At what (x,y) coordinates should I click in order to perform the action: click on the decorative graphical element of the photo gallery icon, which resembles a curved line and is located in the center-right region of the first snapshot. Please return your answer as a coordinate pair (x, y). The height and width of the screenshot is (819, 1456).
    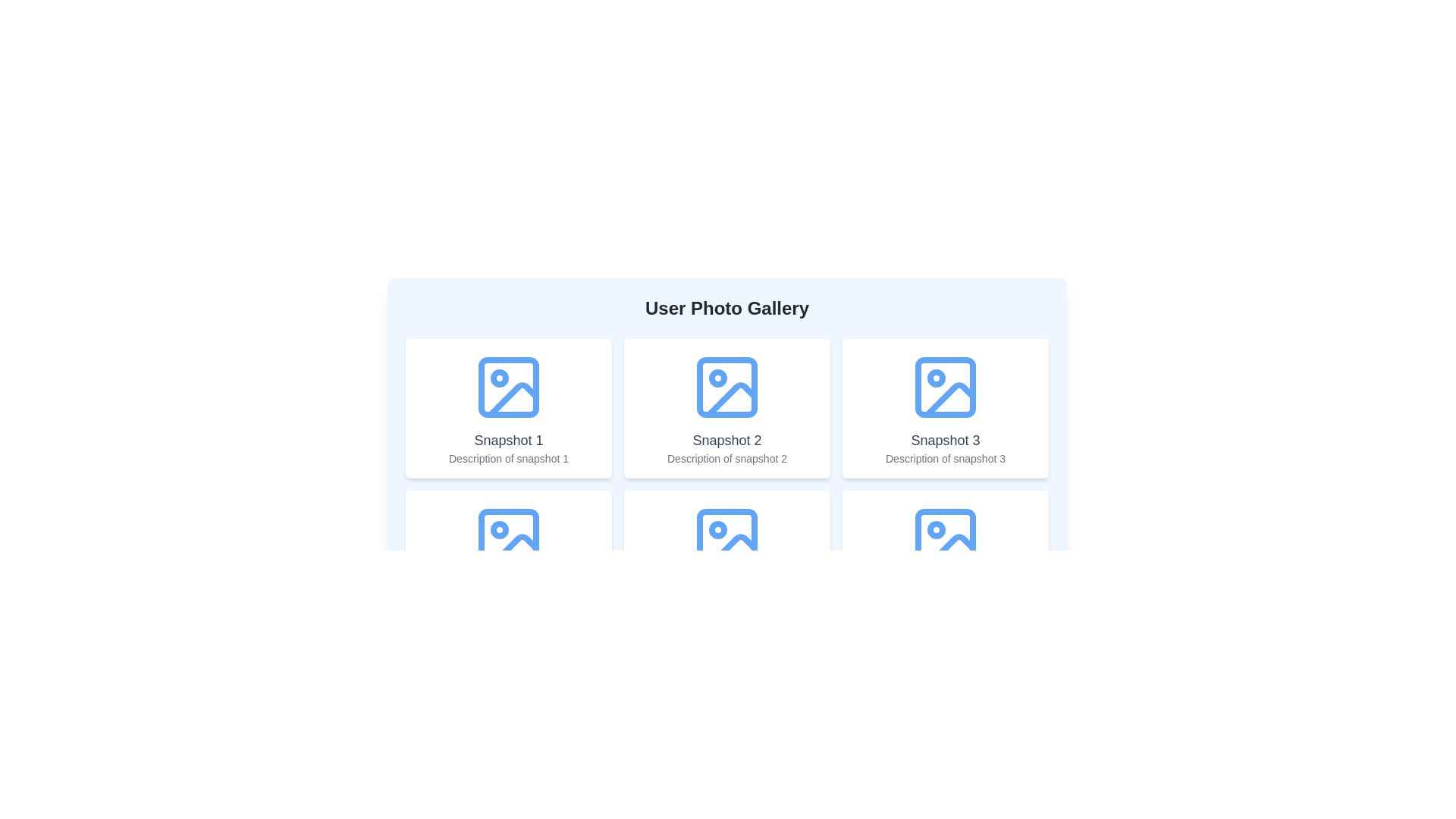
    Looking at the image, I should click on (513, 399).